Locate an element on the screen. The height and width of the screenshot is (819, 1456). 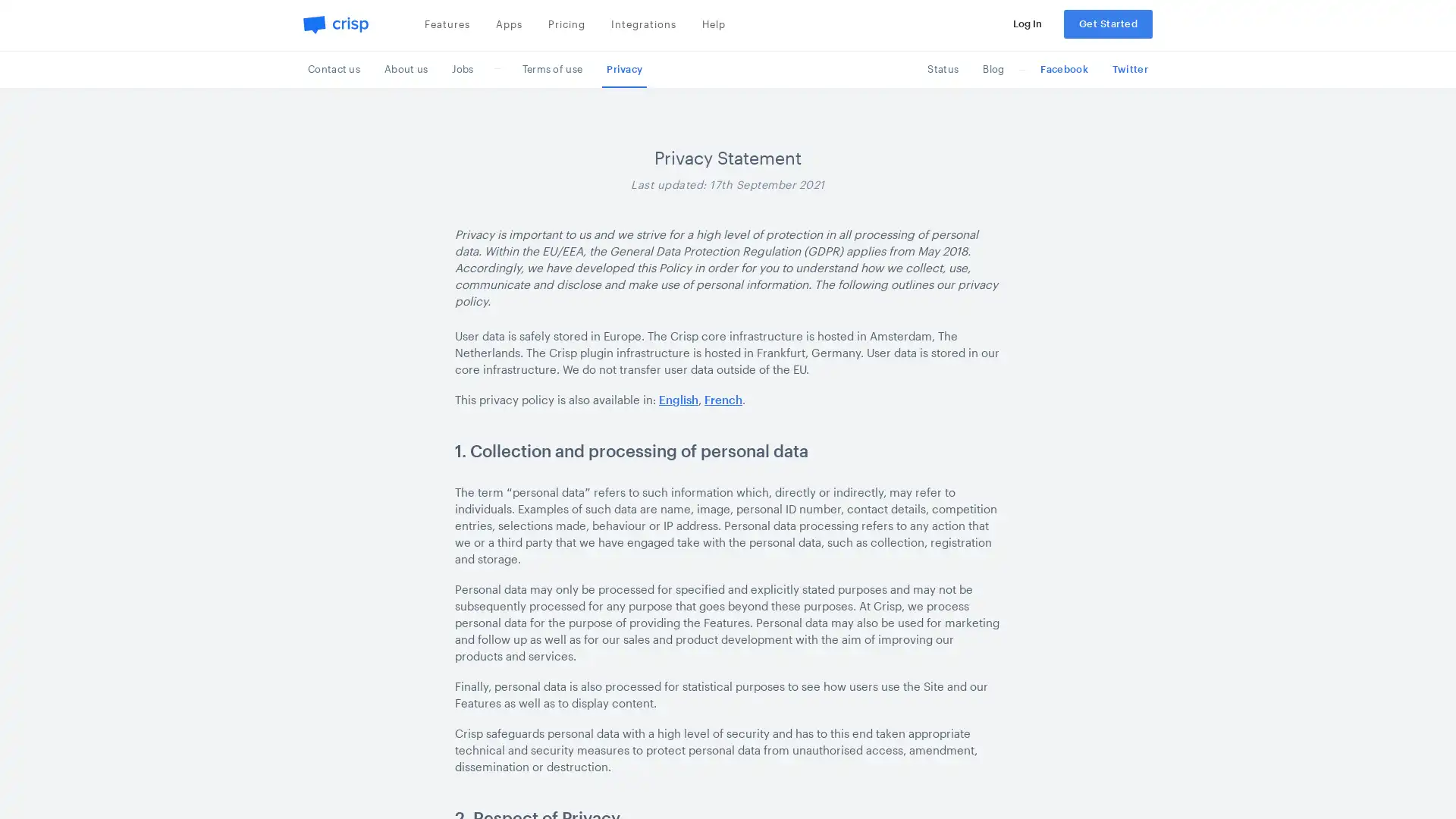
Questions? Chat with us! Support is away. Search help center Chat is located at coordinates (1414, 780).